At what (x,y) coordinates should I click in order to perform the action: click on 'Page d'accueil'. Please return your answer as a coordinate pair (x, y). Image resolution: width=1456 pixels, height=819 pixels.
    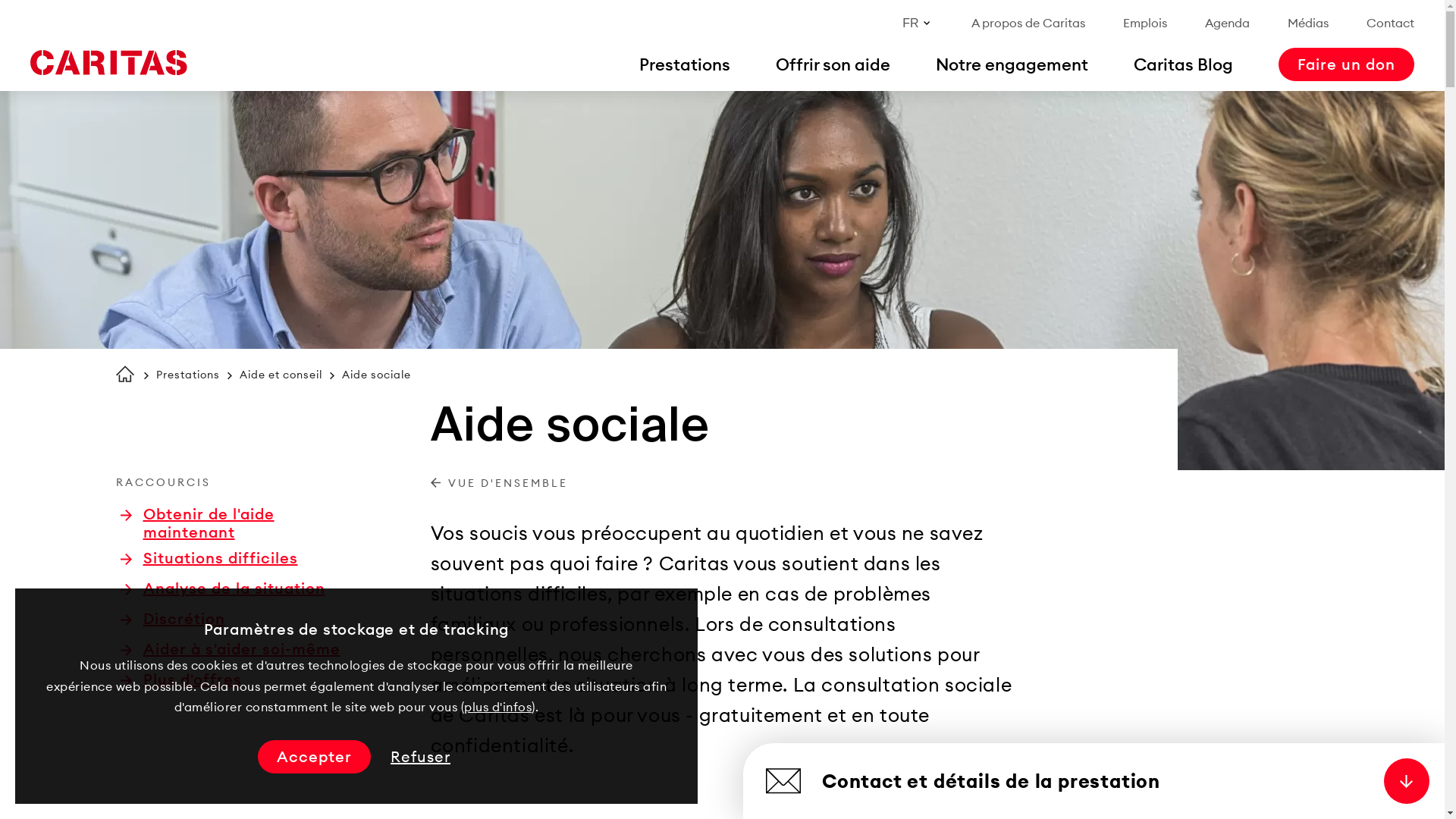
    Looking at the image, I should click on (124, 374).